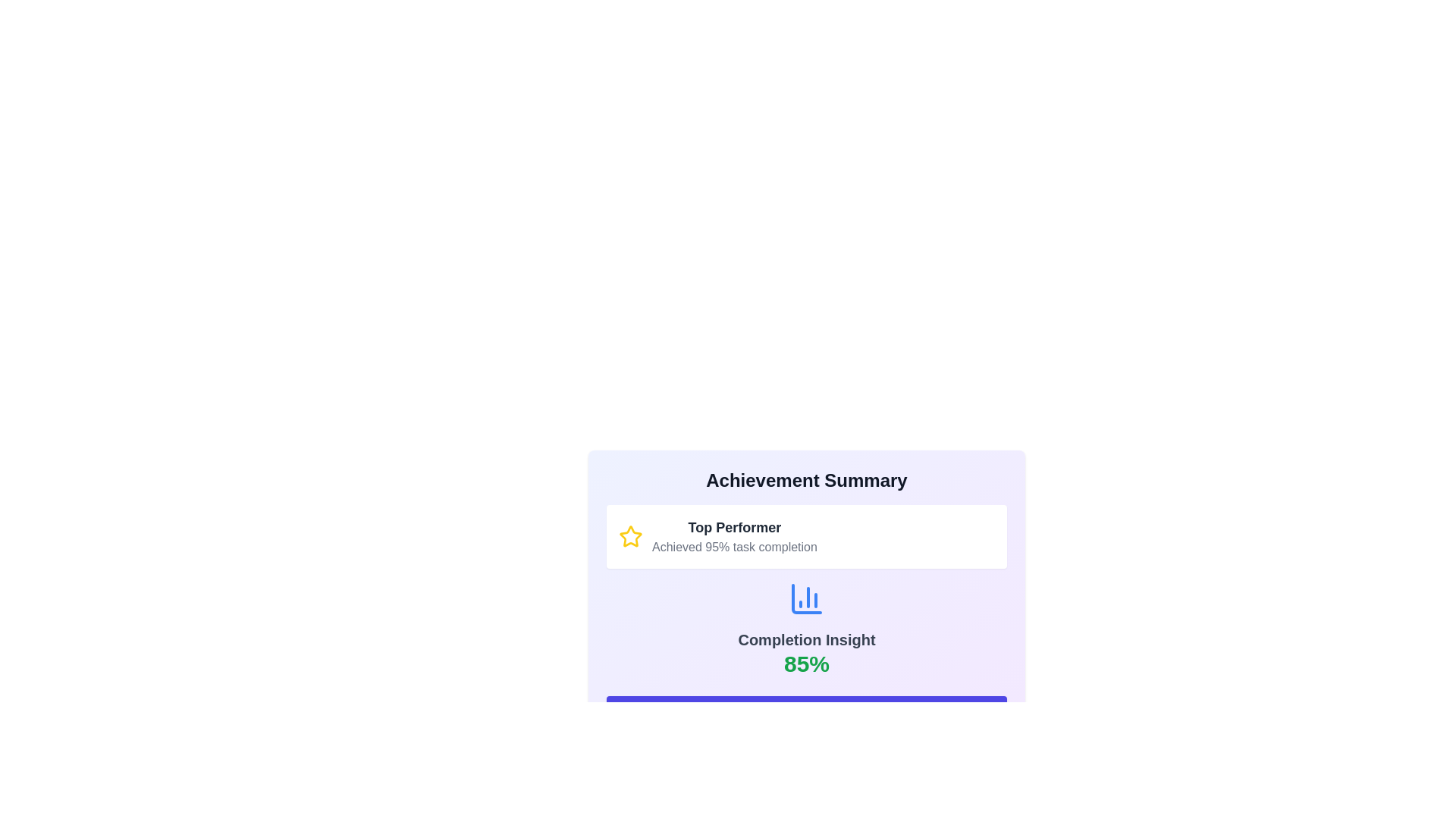 This screenshot has width=1456, height=819. Describe the element at coordinates (806, 598) in the screenshot. I see `the blue bar chart icon located in the 'Completion Insight' section above the '85%' text` at that location.